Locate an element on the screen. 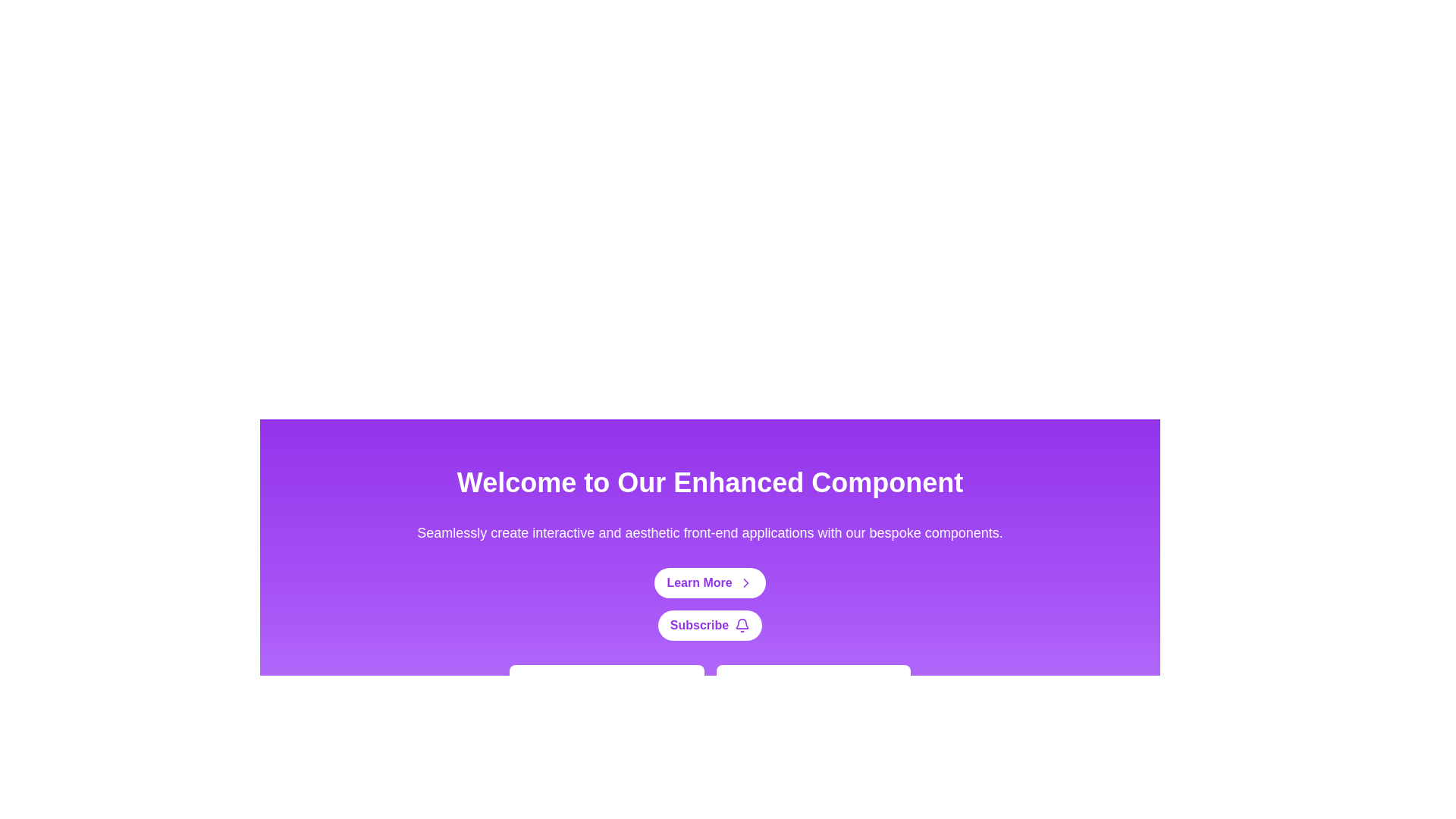 This screenshot has height=819, width=1456. the icon located to the right of the 'Learn More' button, which indicates that pressing it will proceed to the next step or additional information is located at coordinates (745, 582).